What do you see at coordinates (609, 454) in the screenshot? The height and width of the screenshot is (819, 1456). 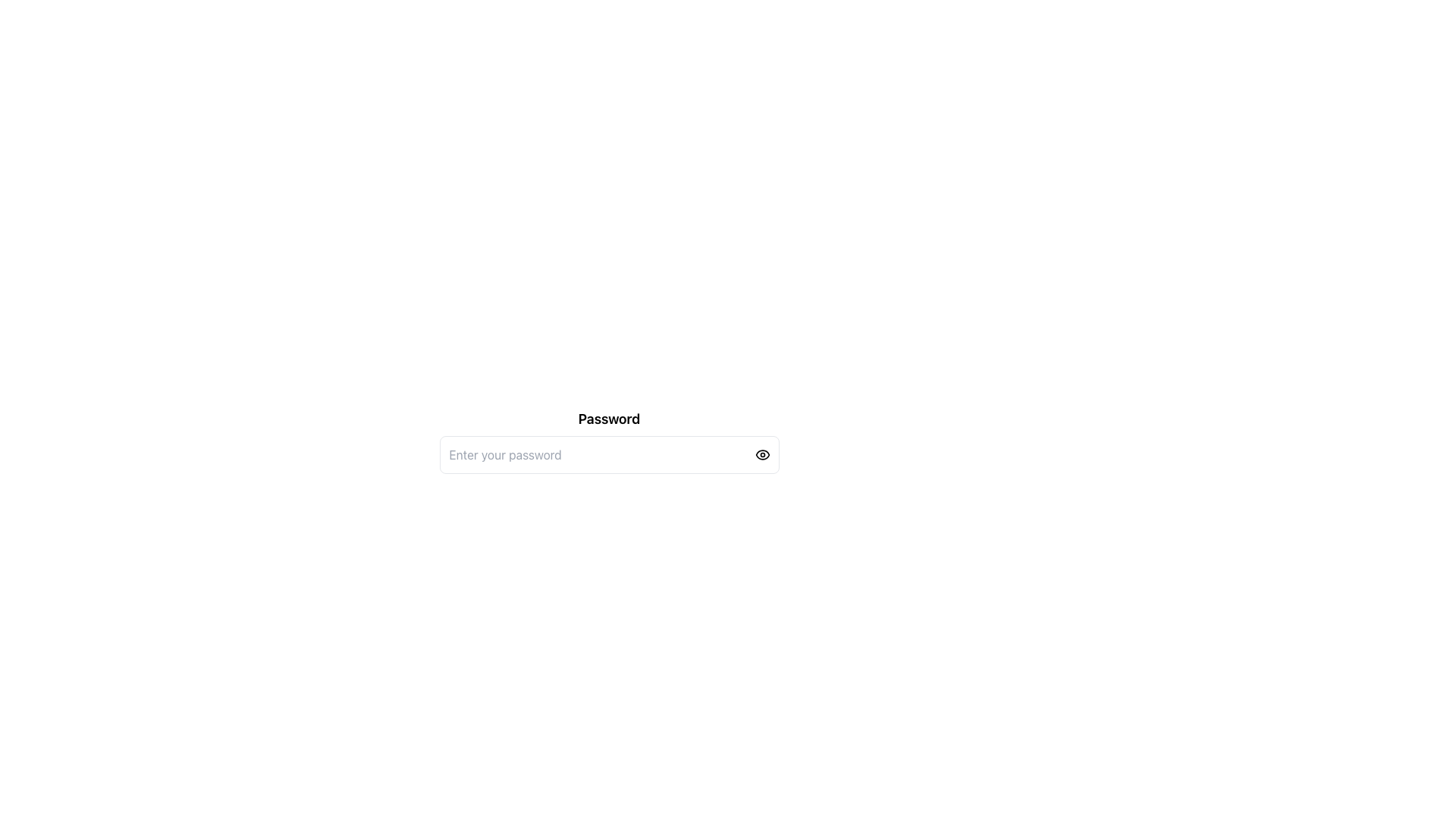 I see `the password input field located below the 'Password' title` at bounding box center [609, 454].